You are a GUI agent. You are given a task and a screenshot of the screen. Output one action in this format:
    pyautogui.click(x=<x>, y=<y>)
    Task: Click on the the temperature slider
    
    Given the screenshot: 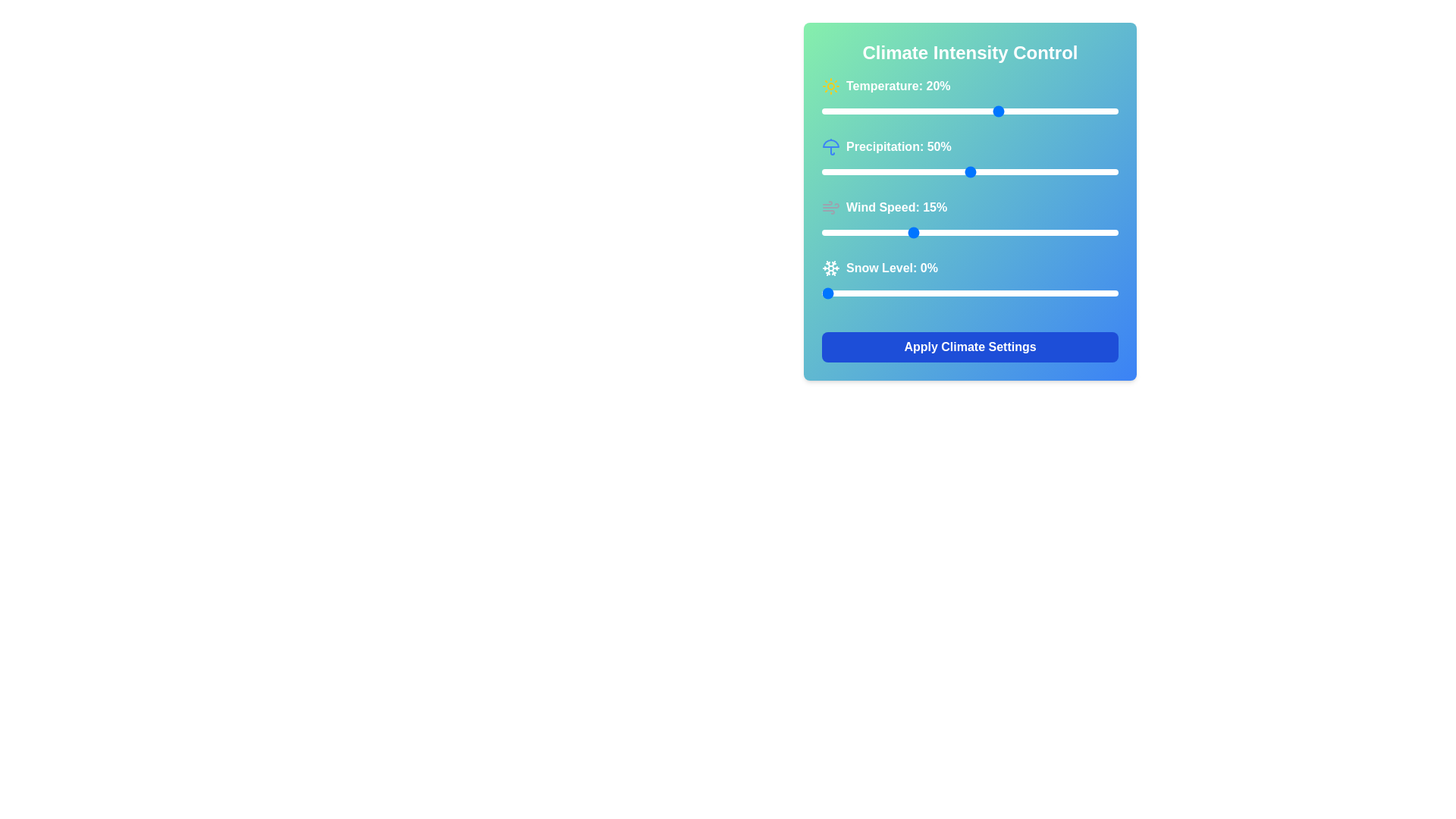 What is the action you would take?
    pyautogui.click(x=1070, y=110)
    